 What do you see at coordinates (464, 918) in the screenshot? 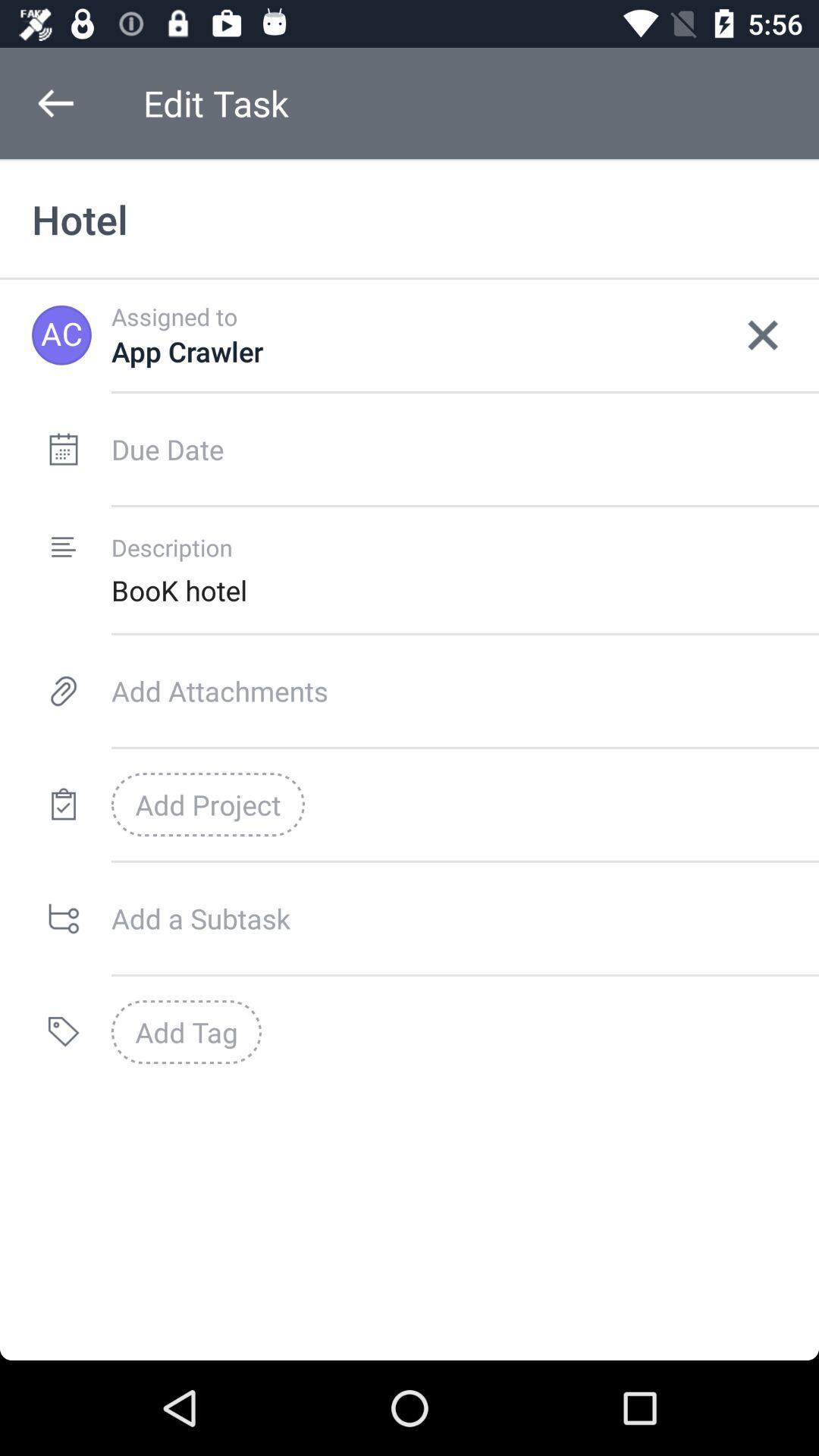
I see `a subtask` at bounding box center [464, 918].